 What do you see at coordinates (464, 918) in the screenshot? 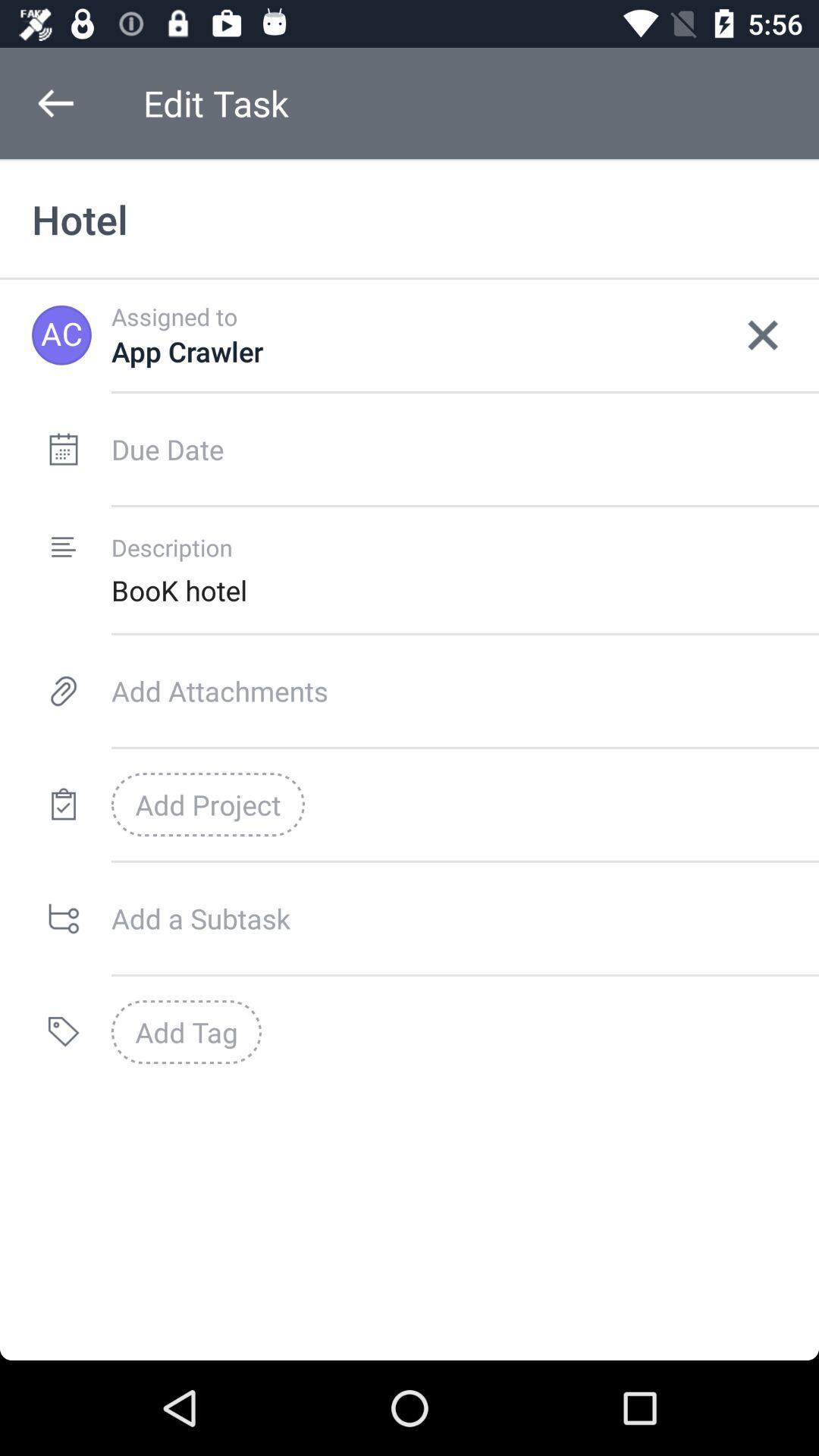
I see `a subtask` at bounding box center [464, 918].